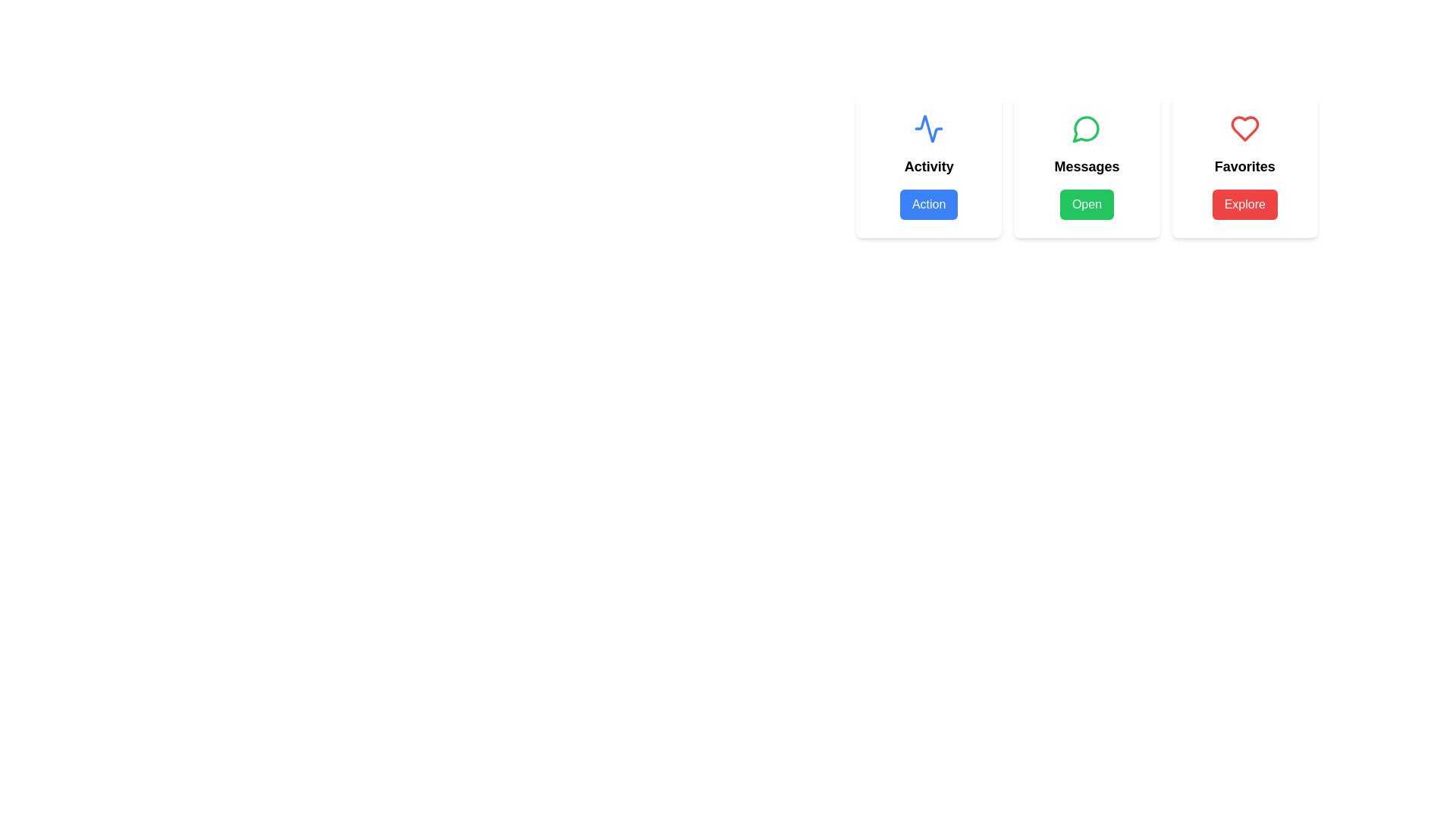 The height and width of the screenshot is (819, 1456). Describe the element at coordinates (1244, 205) in the screenshot. I see `the 'Explore' button, which is a rectangular button with a red background and white bold text, located beneath the 'Favorites' title in the rightmost card` at that location.